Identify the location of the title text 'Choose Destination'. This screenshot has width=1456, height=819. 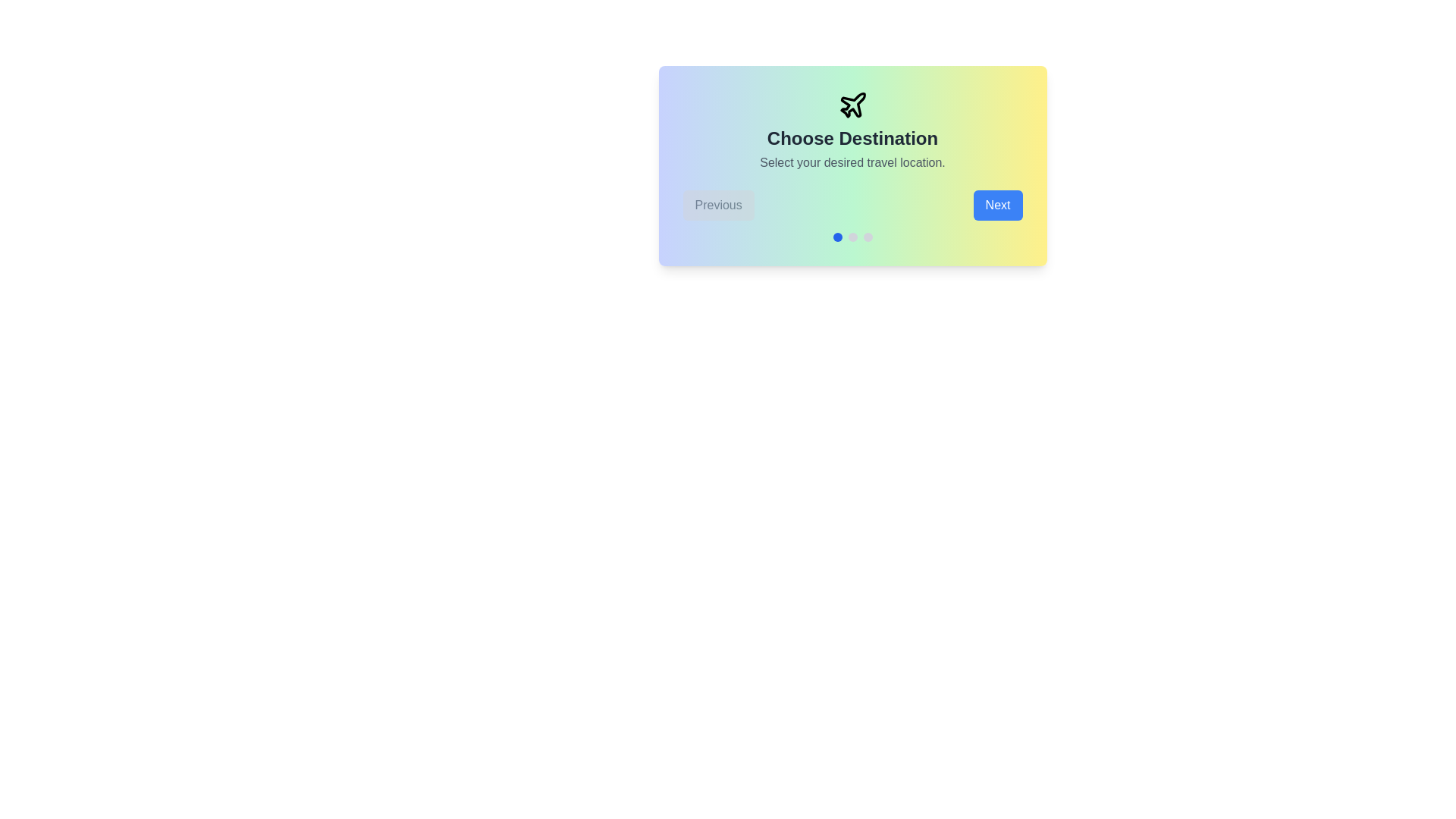
(852, 138).